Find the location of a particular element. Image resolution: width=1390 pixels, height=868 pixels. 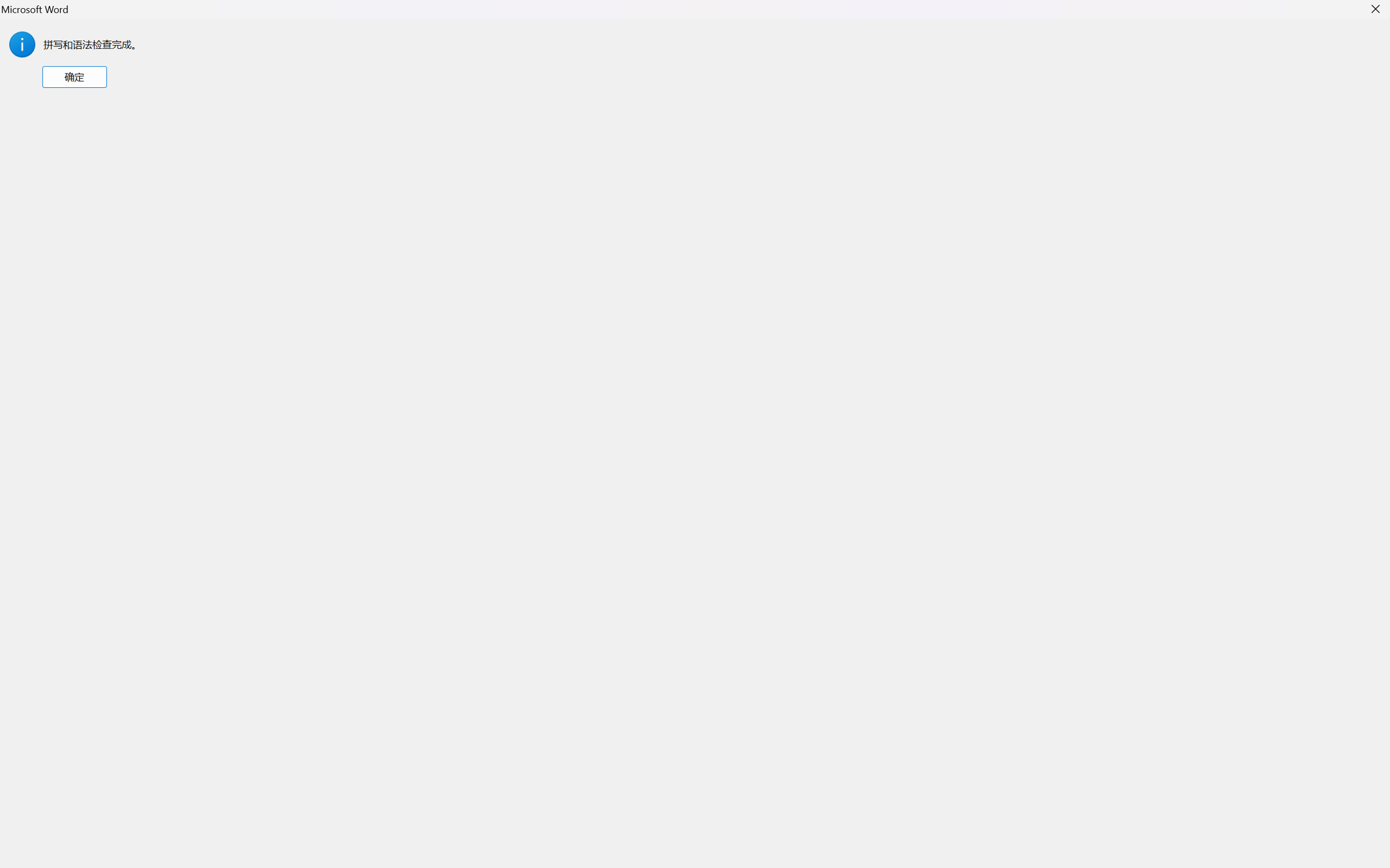

'Class: Static' is located at coordinates (21, 44).